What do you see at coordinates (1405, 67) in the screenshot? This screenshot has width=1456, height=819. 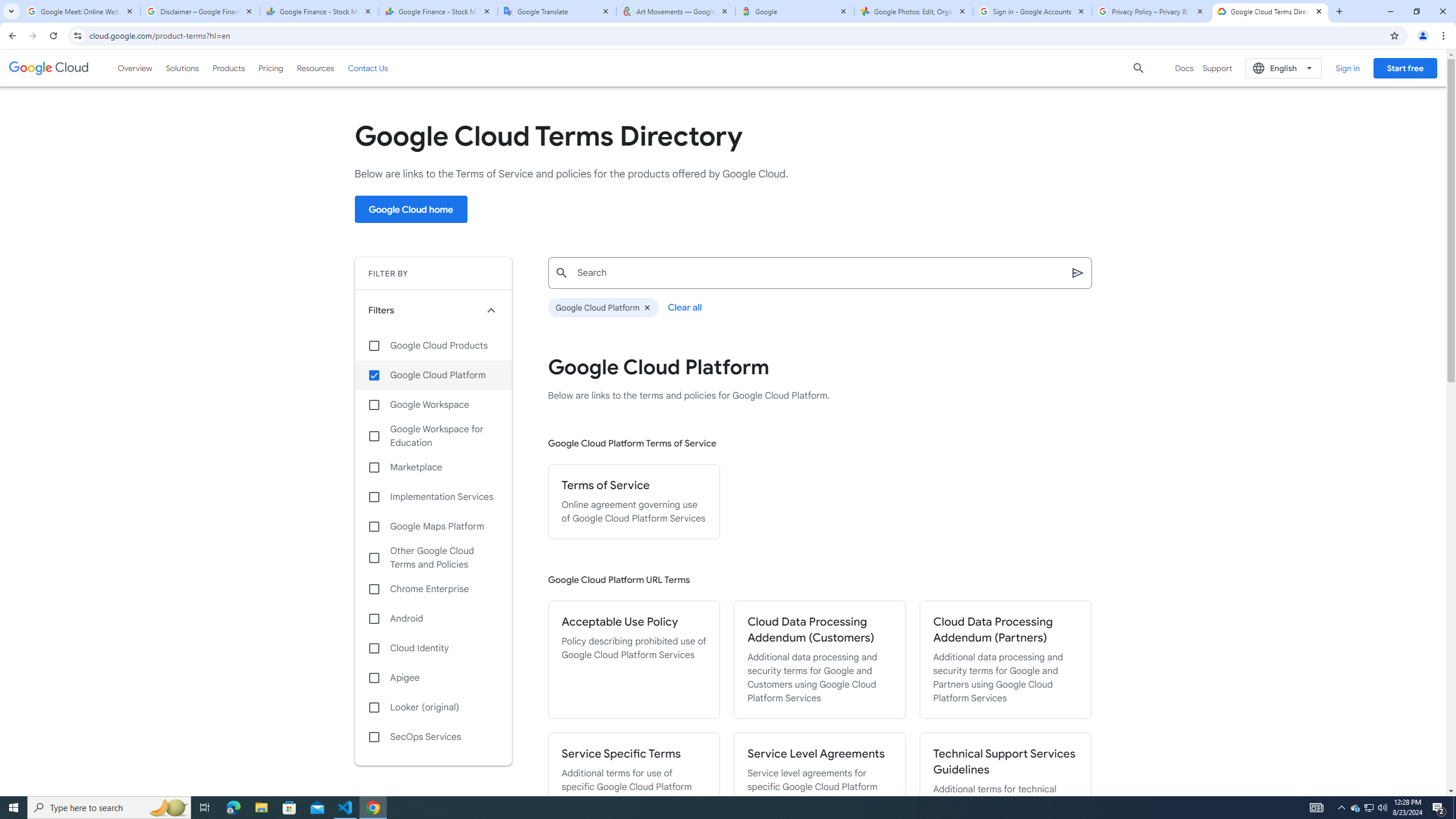 I see `'Start free'` at bounding box center [1405, 67].